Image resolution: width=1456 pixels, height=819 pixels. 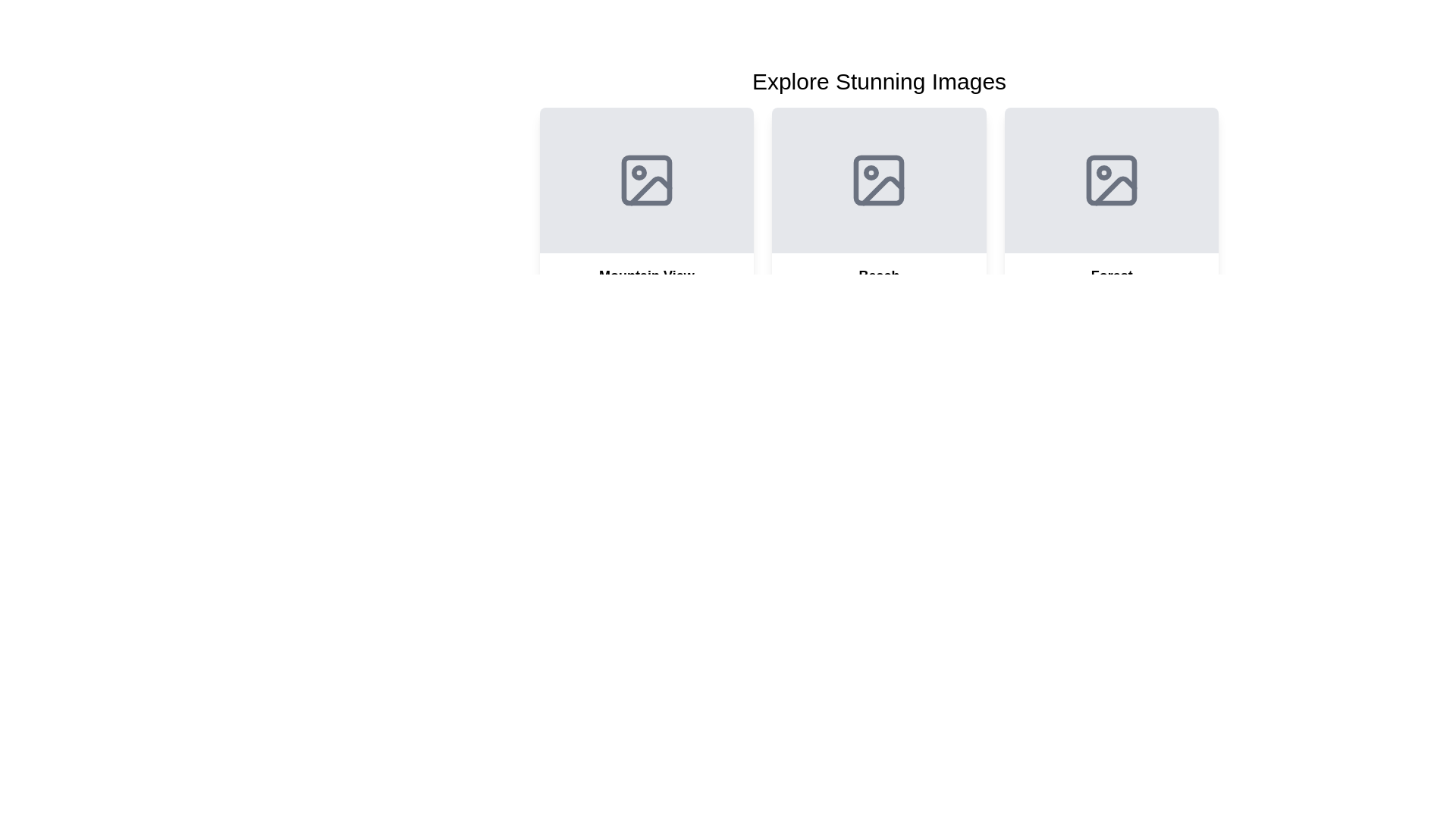 What do you see at coordinates (1112, 180) in the screenshot?
I see `the image placeholder for 'Forest' located on the rightmost side of the three-column layout under the section titled 'Explore Stunning Images'` at bounding box center [1112, 180].